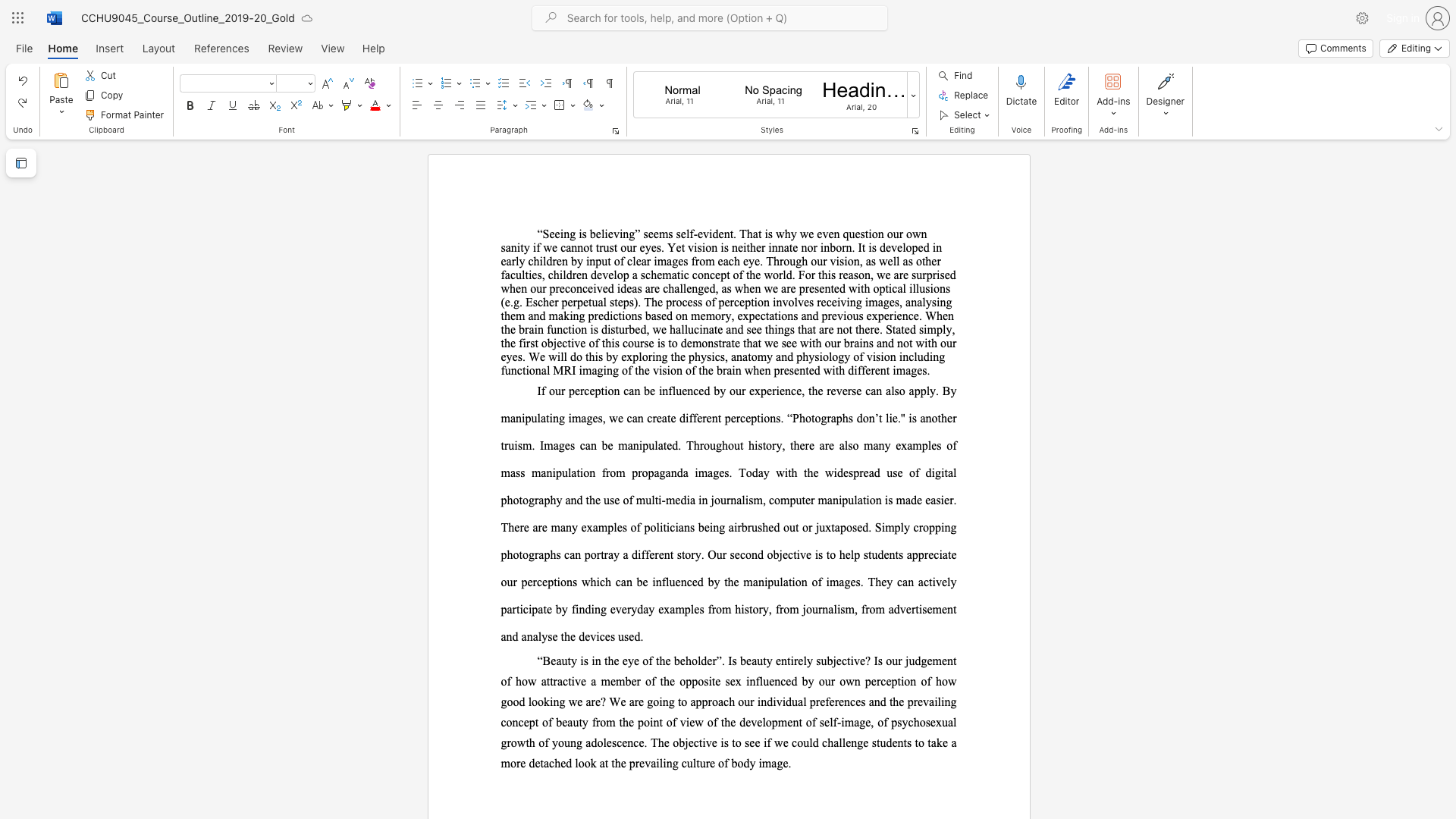 The image size is (1456, 819). I want to click on the subset text "on can be influenced by our experience, the reverse can also apply. By manipulating images, we can create different perceptions. “Photographs don’t lie." within the text "If our perception can be influenced by our experience, the reverse can also apply. By manipulating images, we can create different perceptions. “Photographs don’t lie.", so click(607, 390).